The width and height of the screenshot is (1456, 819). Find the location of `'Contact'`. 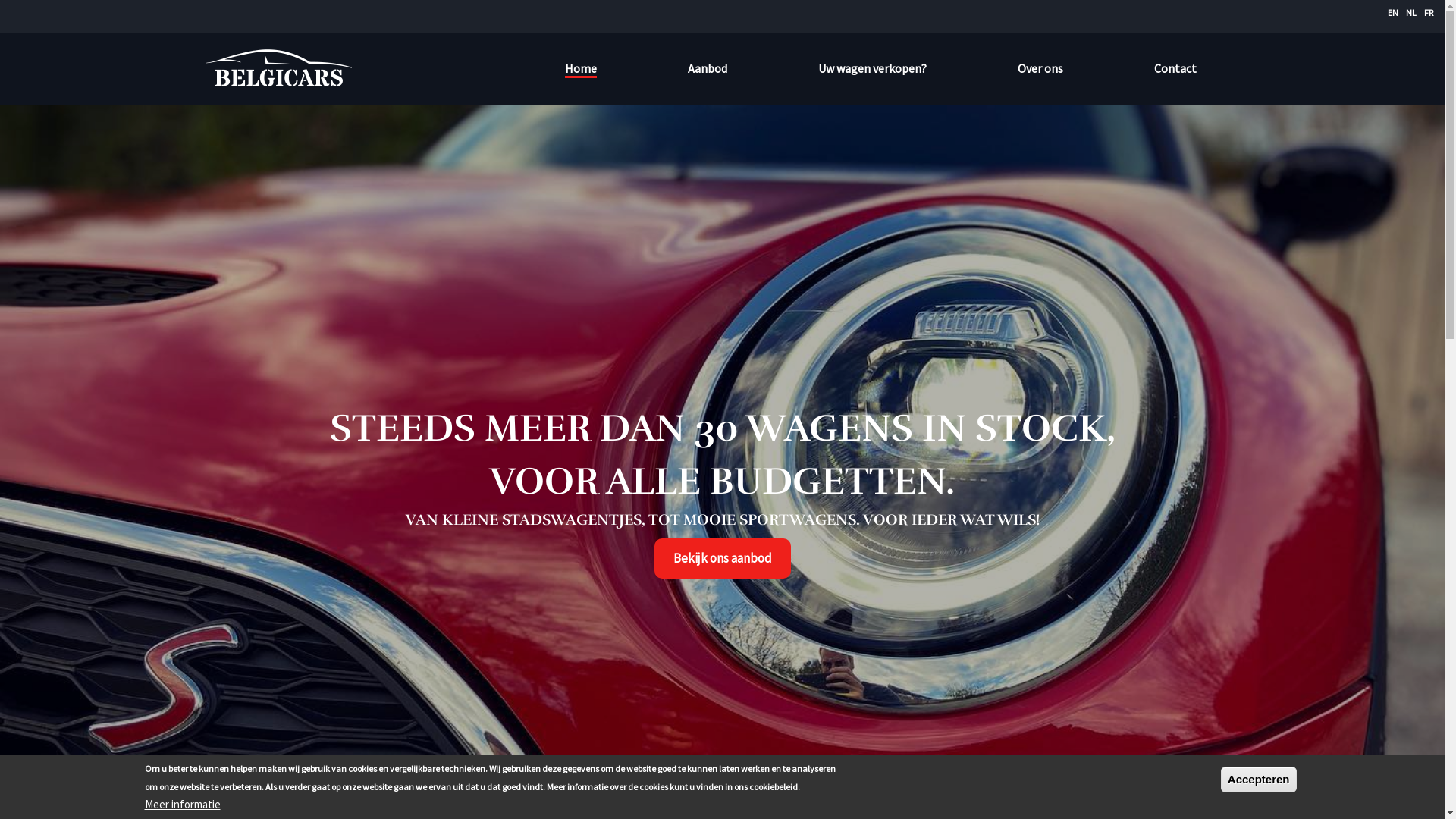

'Contact' is located at coordinates (1175, 67).